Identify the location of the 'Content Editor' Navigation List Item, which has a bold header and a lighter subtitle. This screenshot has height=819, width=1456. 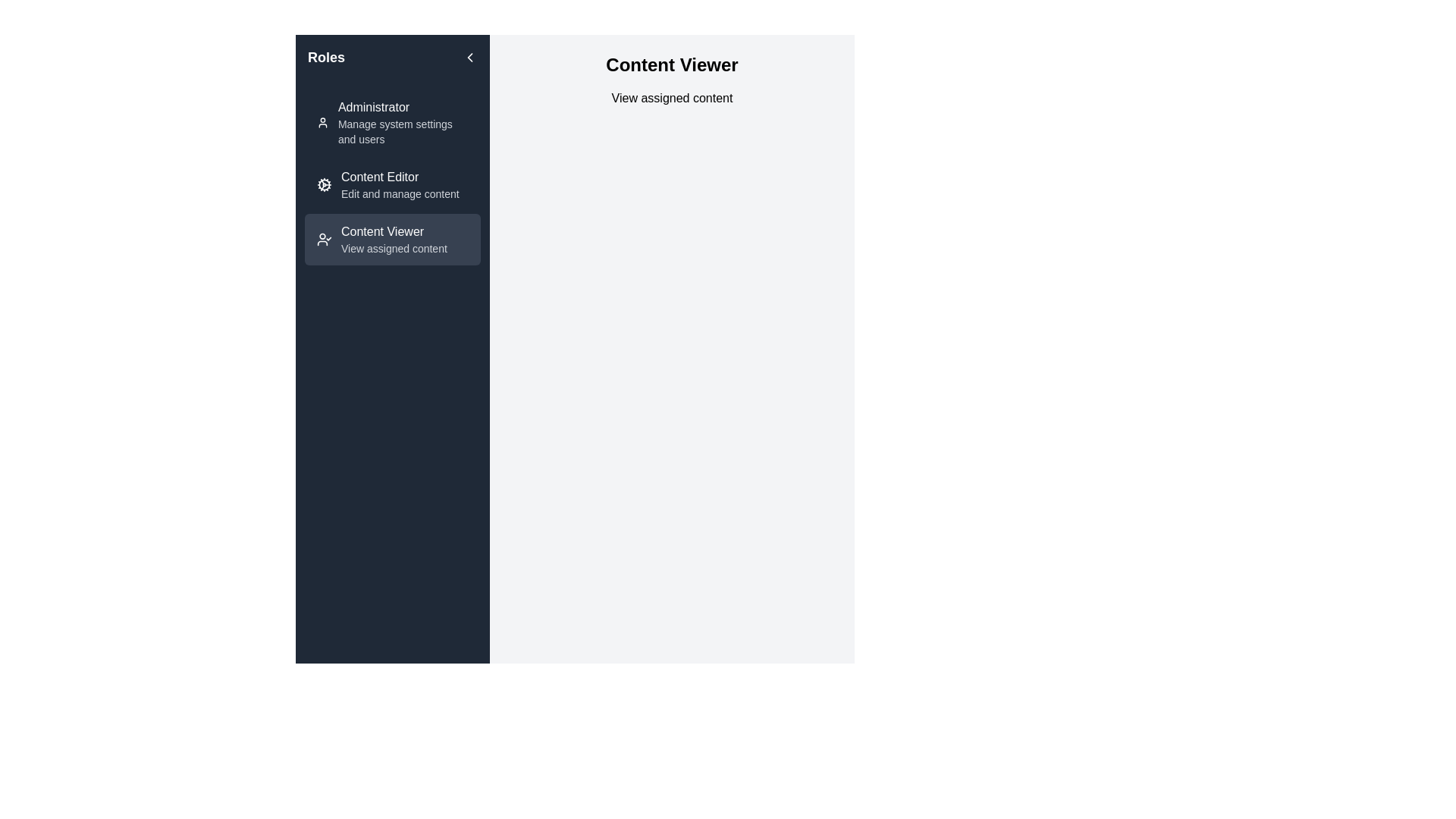
(400, 184).